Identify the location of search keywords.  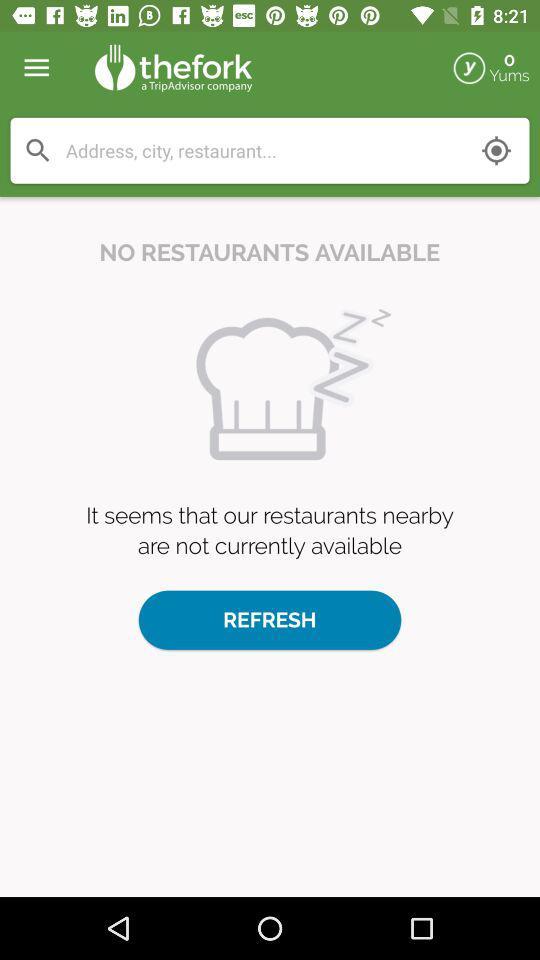
(264, 149).